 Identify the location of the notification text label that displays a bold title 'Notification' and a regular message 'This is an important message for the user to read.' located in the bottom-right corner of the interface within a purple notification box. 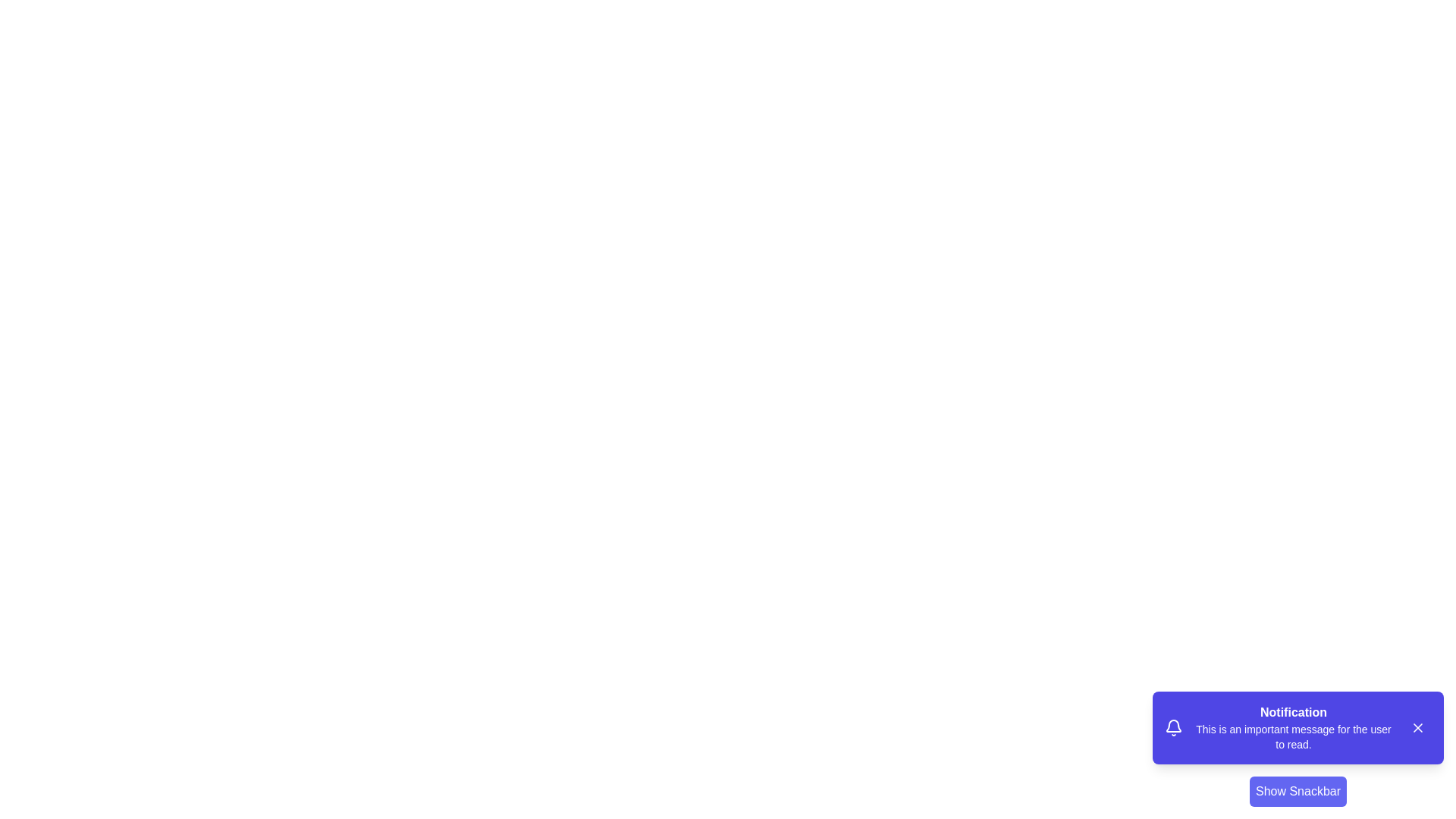
(1292, 727).